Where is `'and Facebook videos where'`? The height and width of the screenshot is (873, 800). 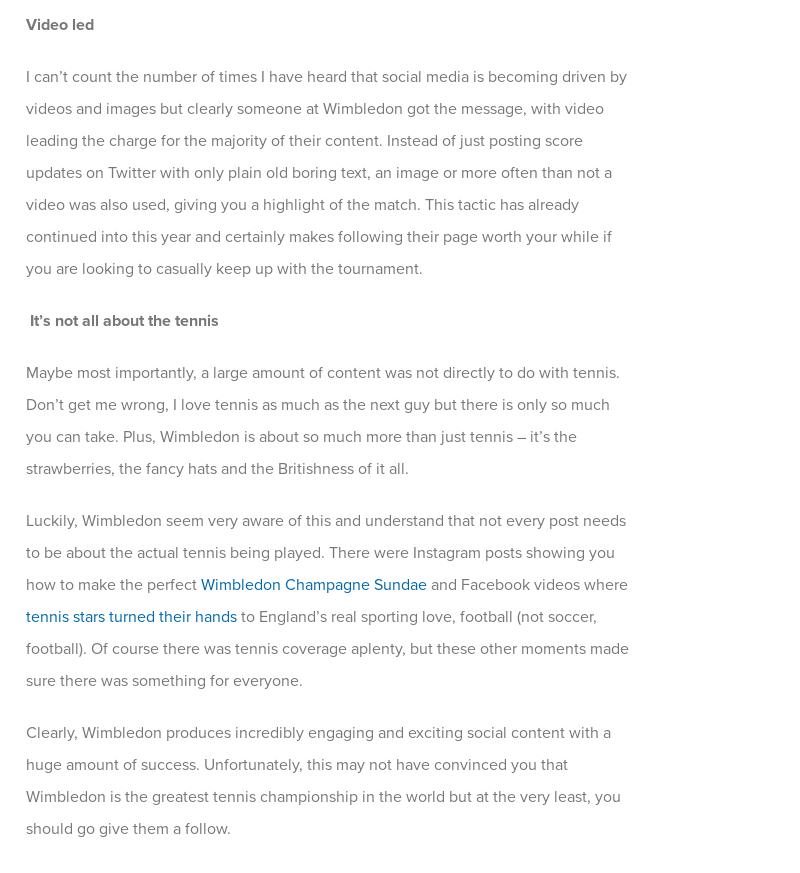
'and Facebook videos where' is located at coordinates (426, 583).